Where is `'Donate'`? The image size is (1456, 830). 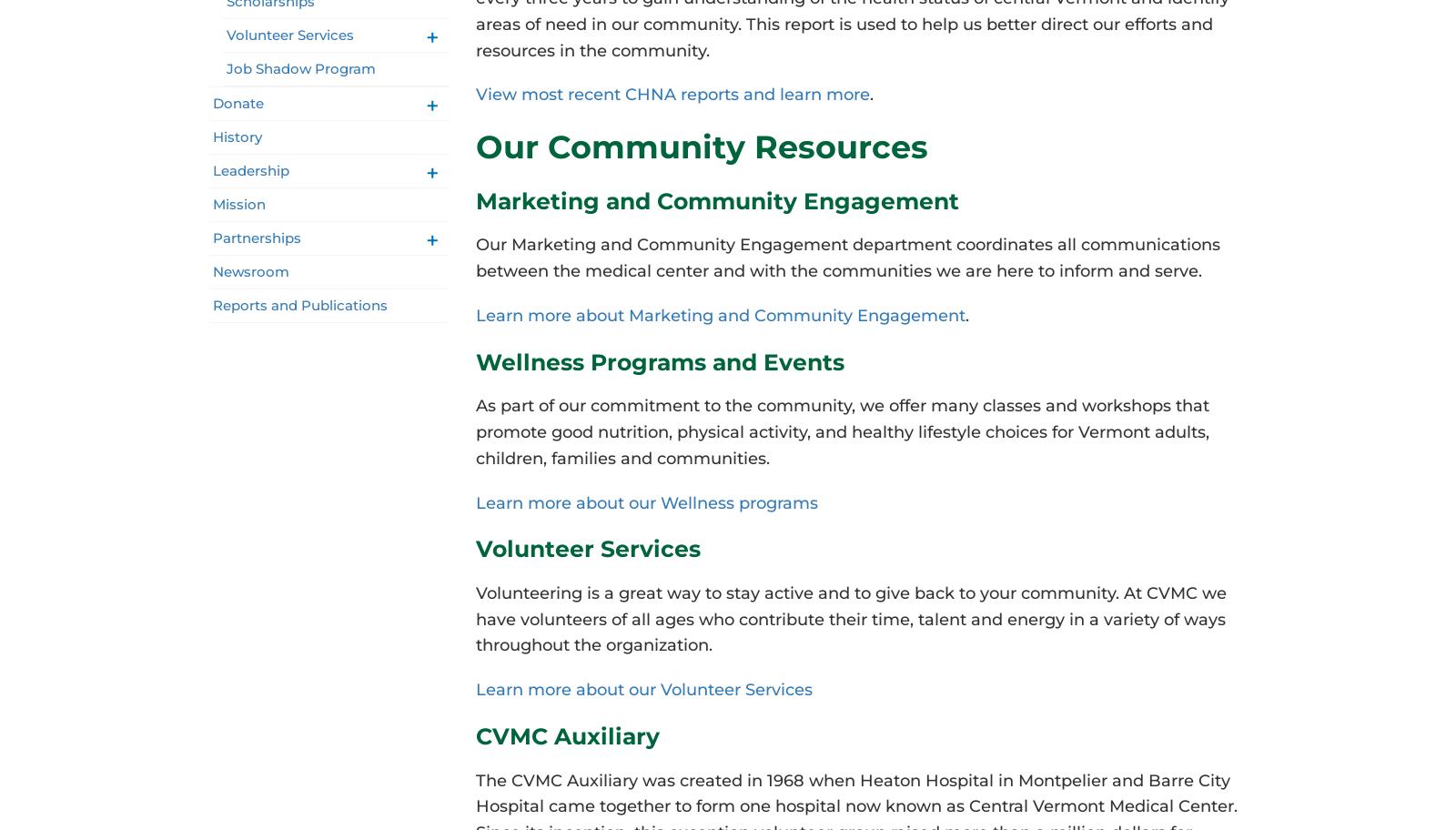
'Donate' is located at coordinates (212, 102).